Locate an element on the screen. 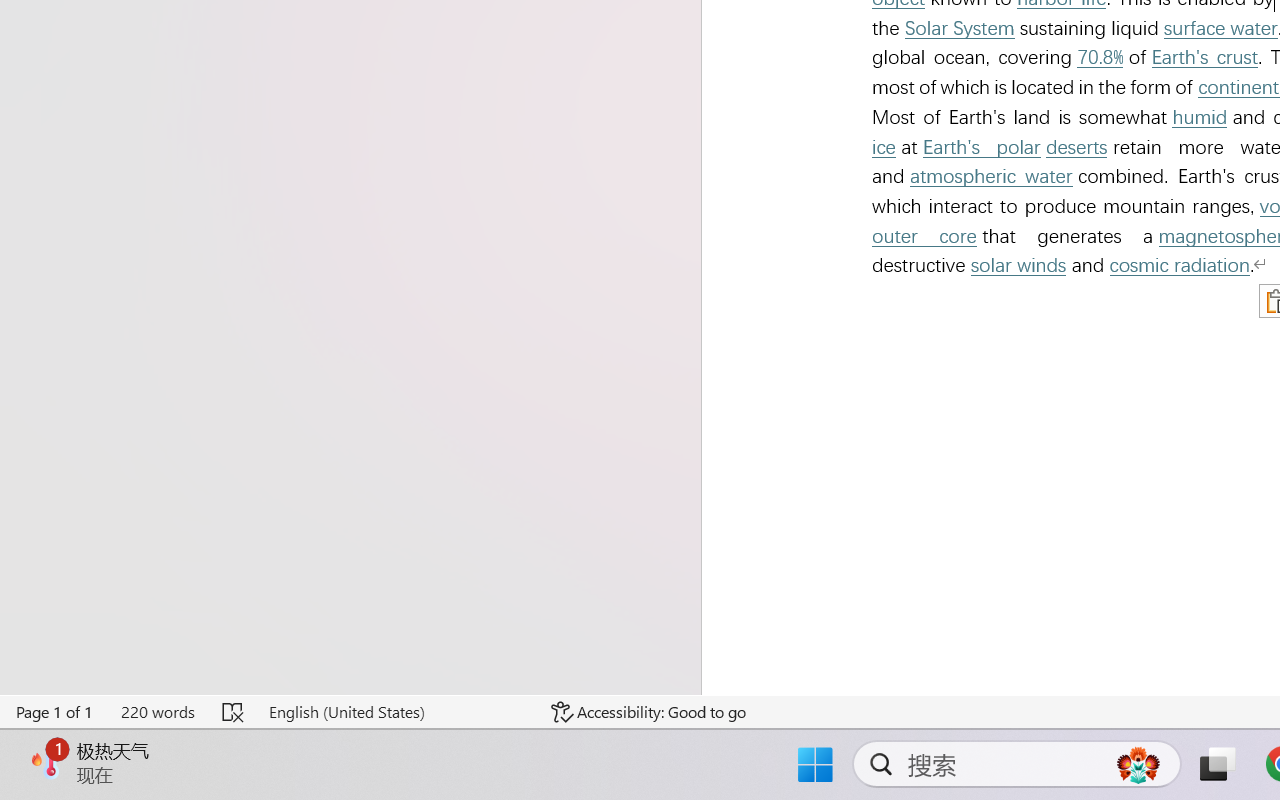 The width and height of the screenshot is (1280, 800). 'atmospheric water' is located at coordinates (991, 175).